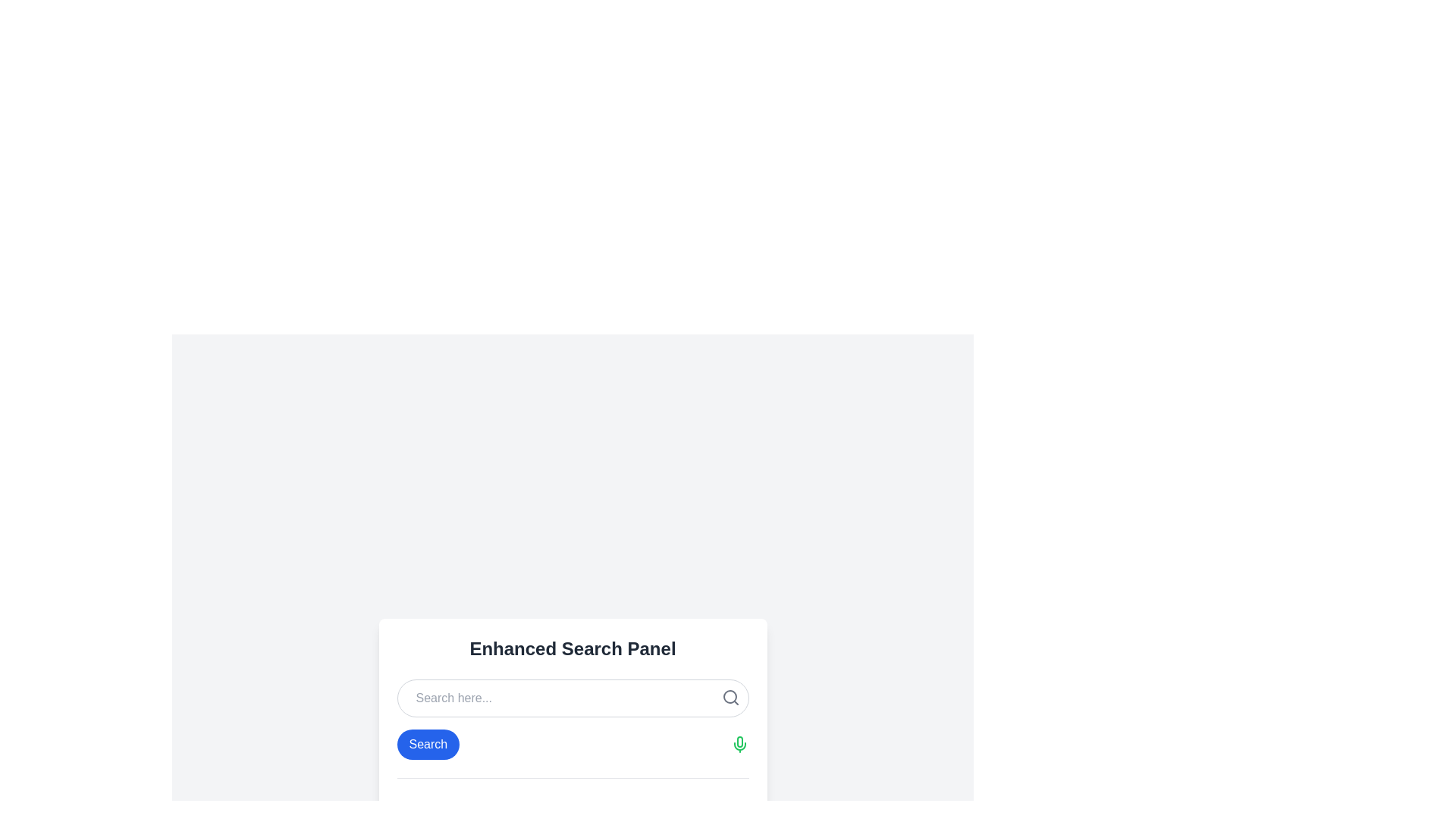 Image resolution: width=1456 pixels, height=819 pixels. What do you see at coordinates (739, 741) in the screenshot?
I see `the green microphone icon located at the bottom-right section of the search panel, which serves as an audio-related functionality symbol` at bounding box center [739, 741].